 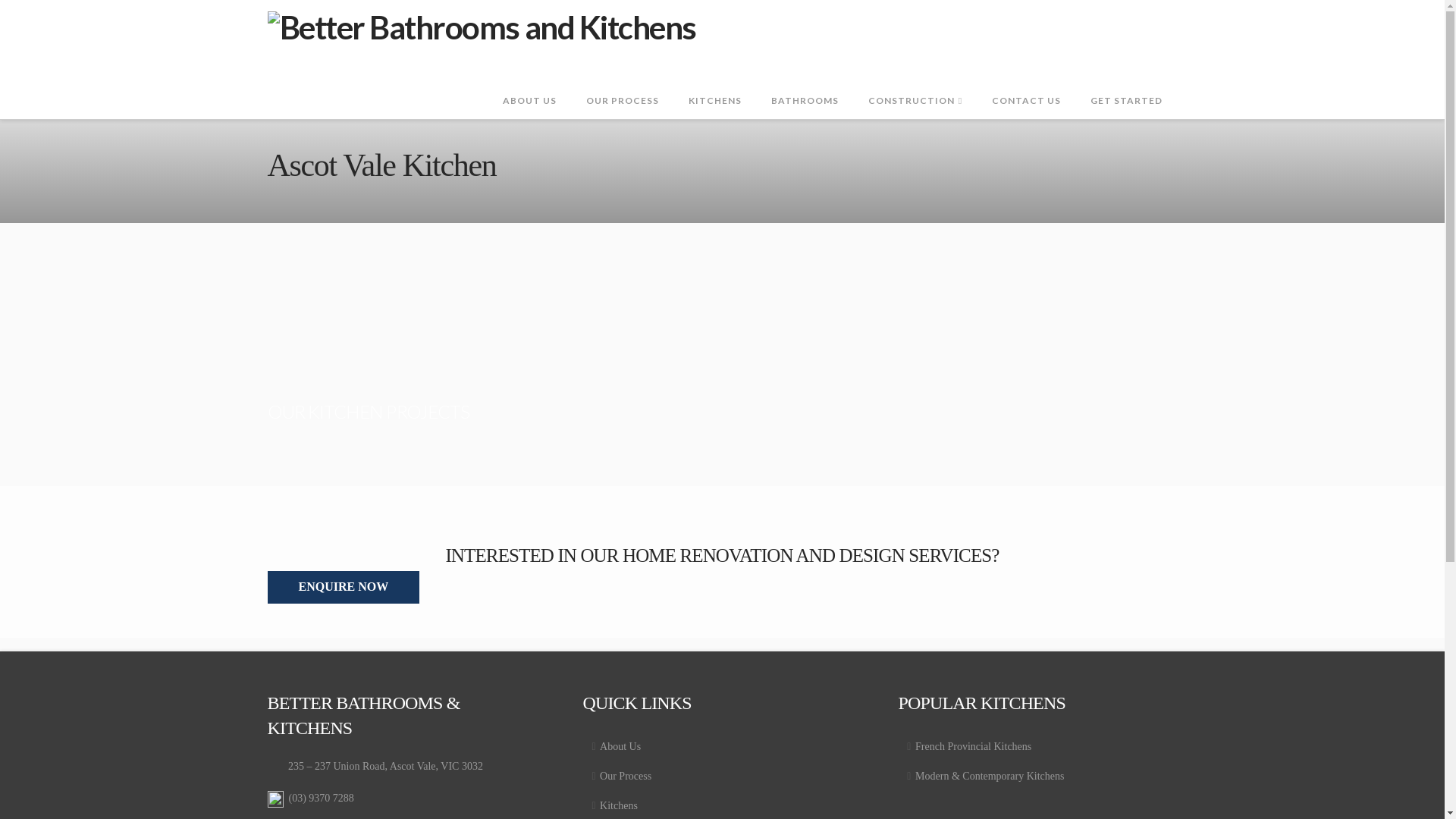 What do you see at coordinates (1026, 84) in the screenshot?
I see `'CONTACT US'` at bounding box center [1026, 84].